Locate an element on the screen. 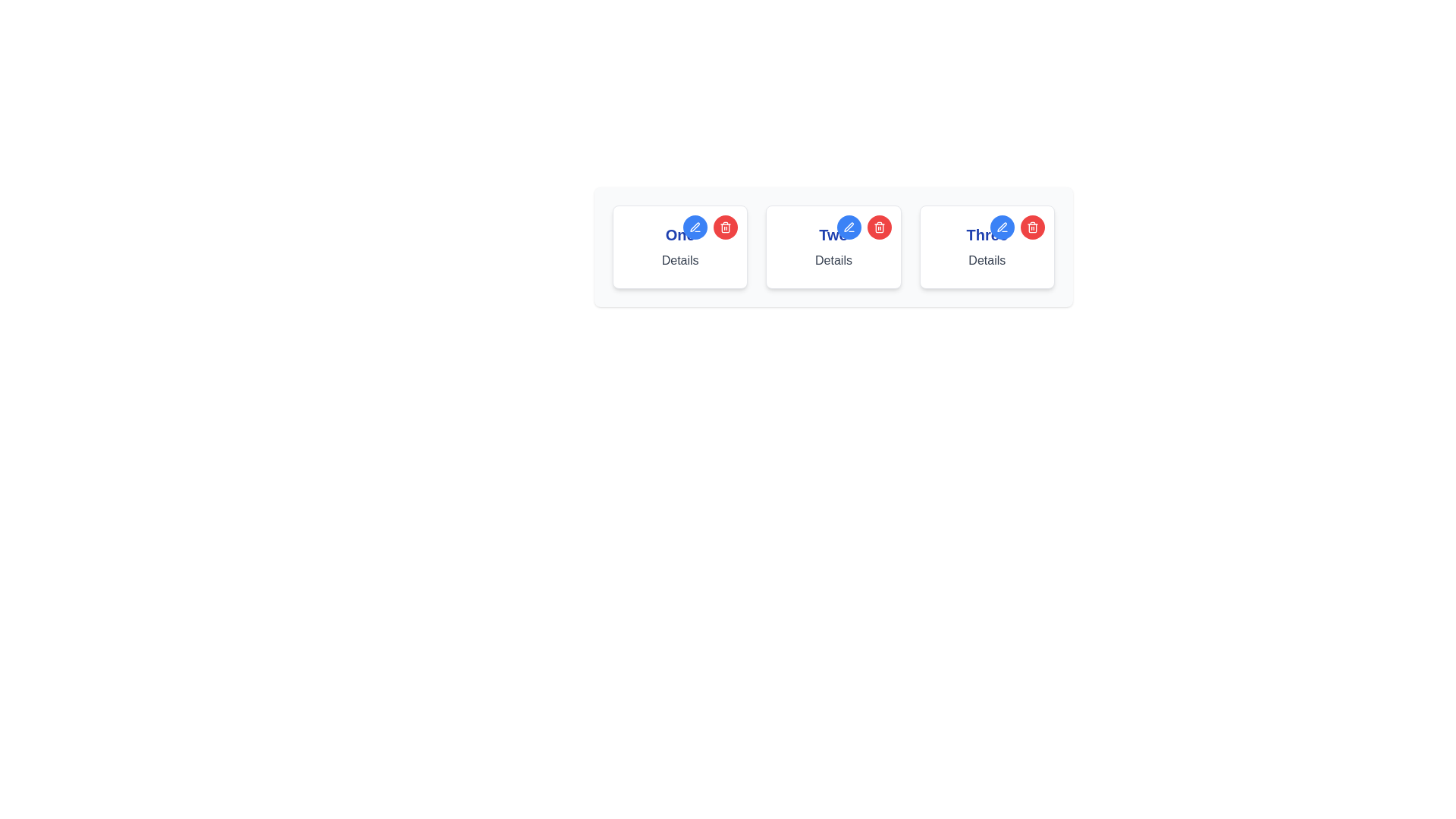  the primary text label containing the word 'One', which is styled in bold and large blue font at the top of the first card is located at coordinates (679, 234).